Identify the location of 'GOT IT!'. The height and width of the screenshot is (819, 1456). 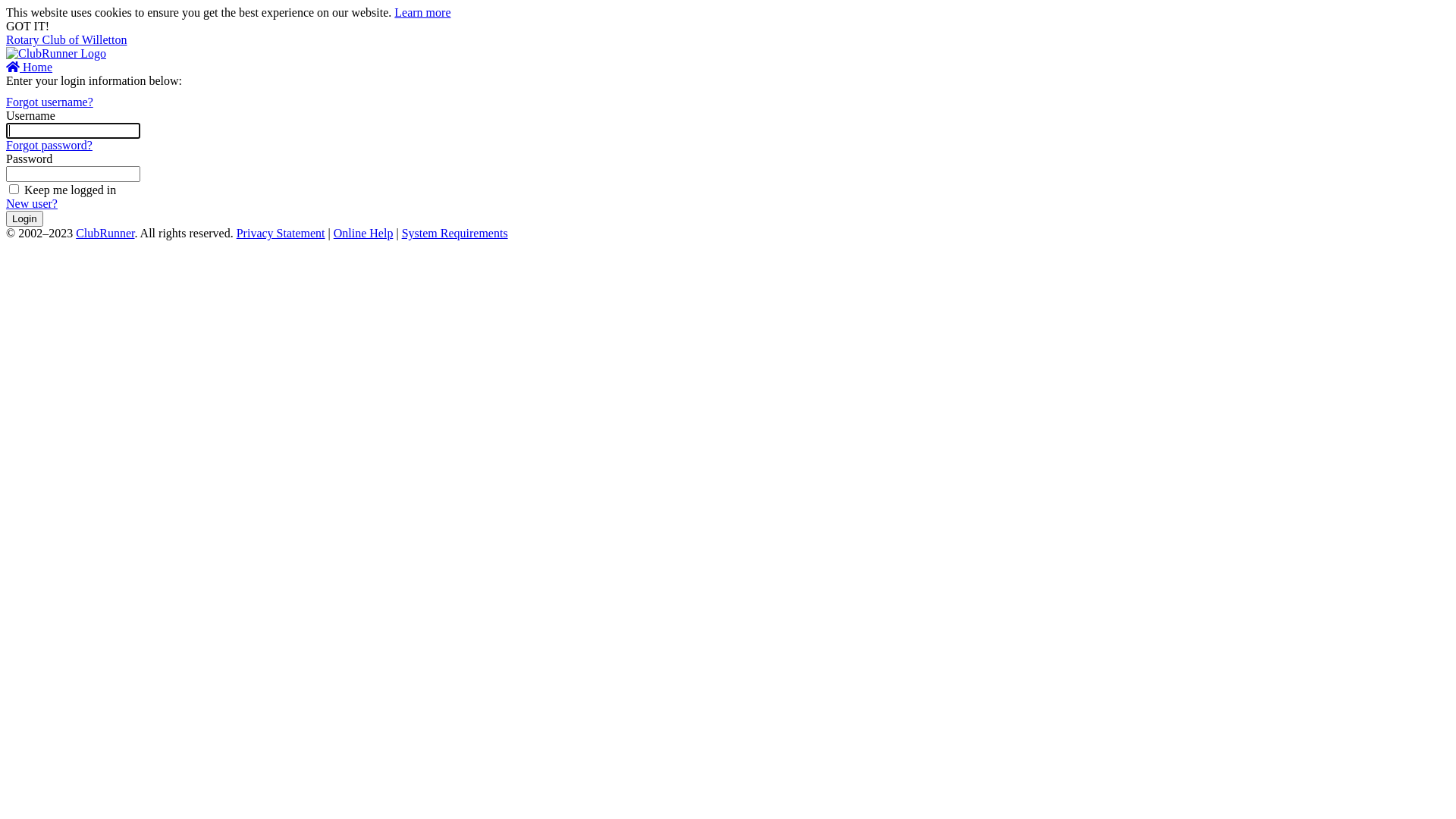
(27, 26).